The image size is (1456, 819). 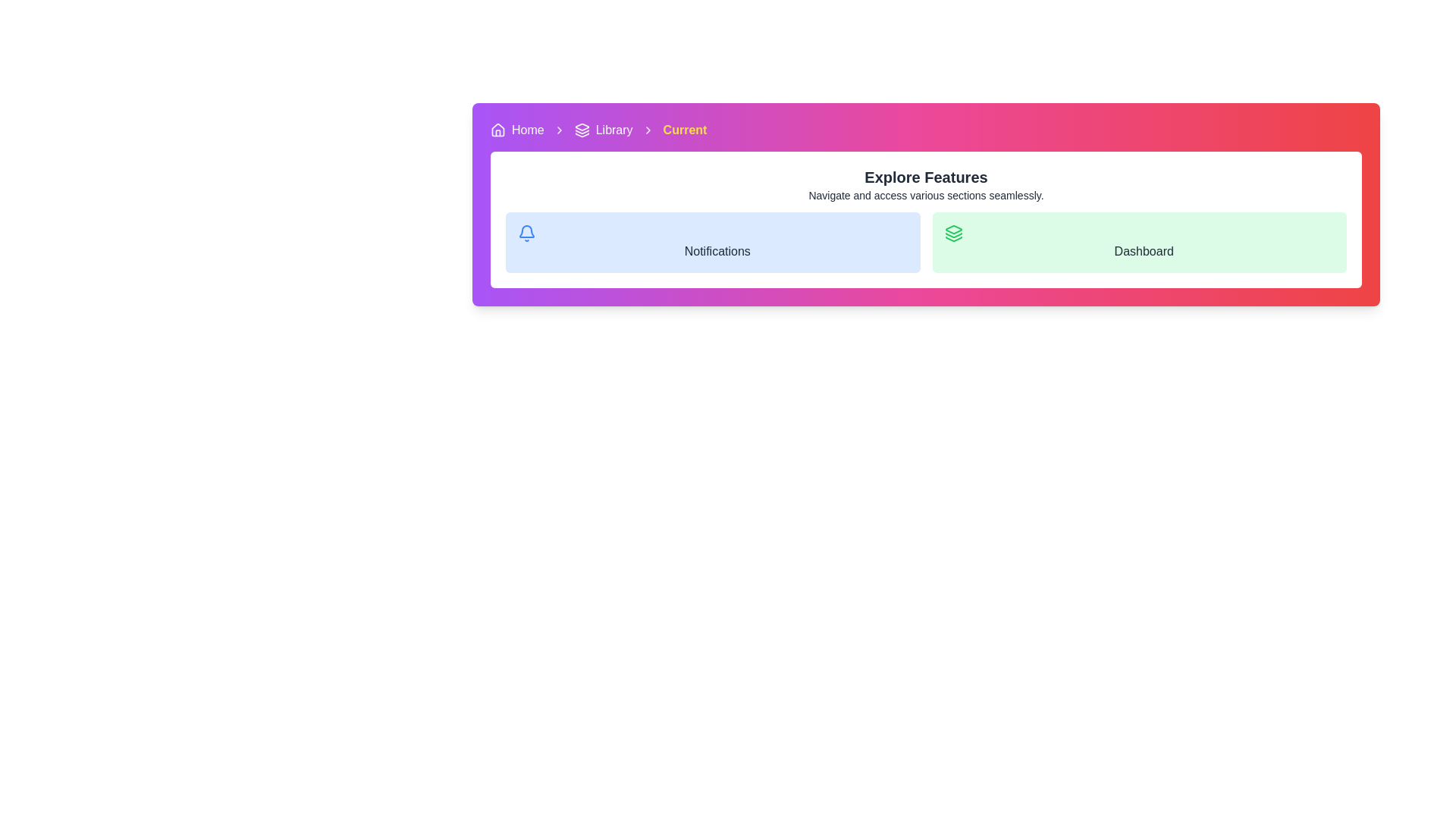 I want to click on the right-facing chevron icon located between the breadcrumb links 'Library' and 'Current' in the breadcrumb navigation bar, so click(x=648, y=130).